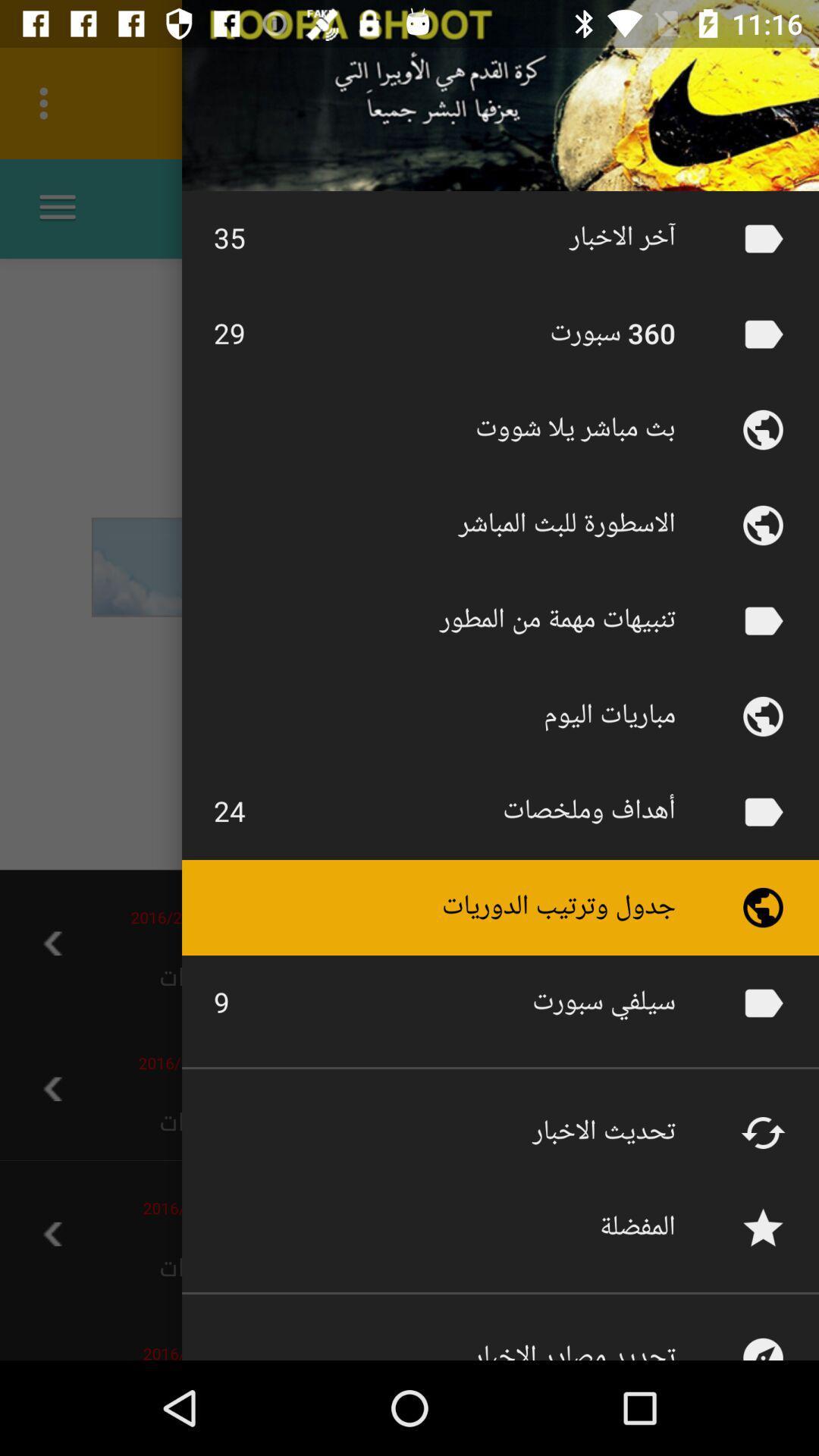  Describe the element at coordinates (763, 1335) in the screenshot. I see `the last image` at that location.